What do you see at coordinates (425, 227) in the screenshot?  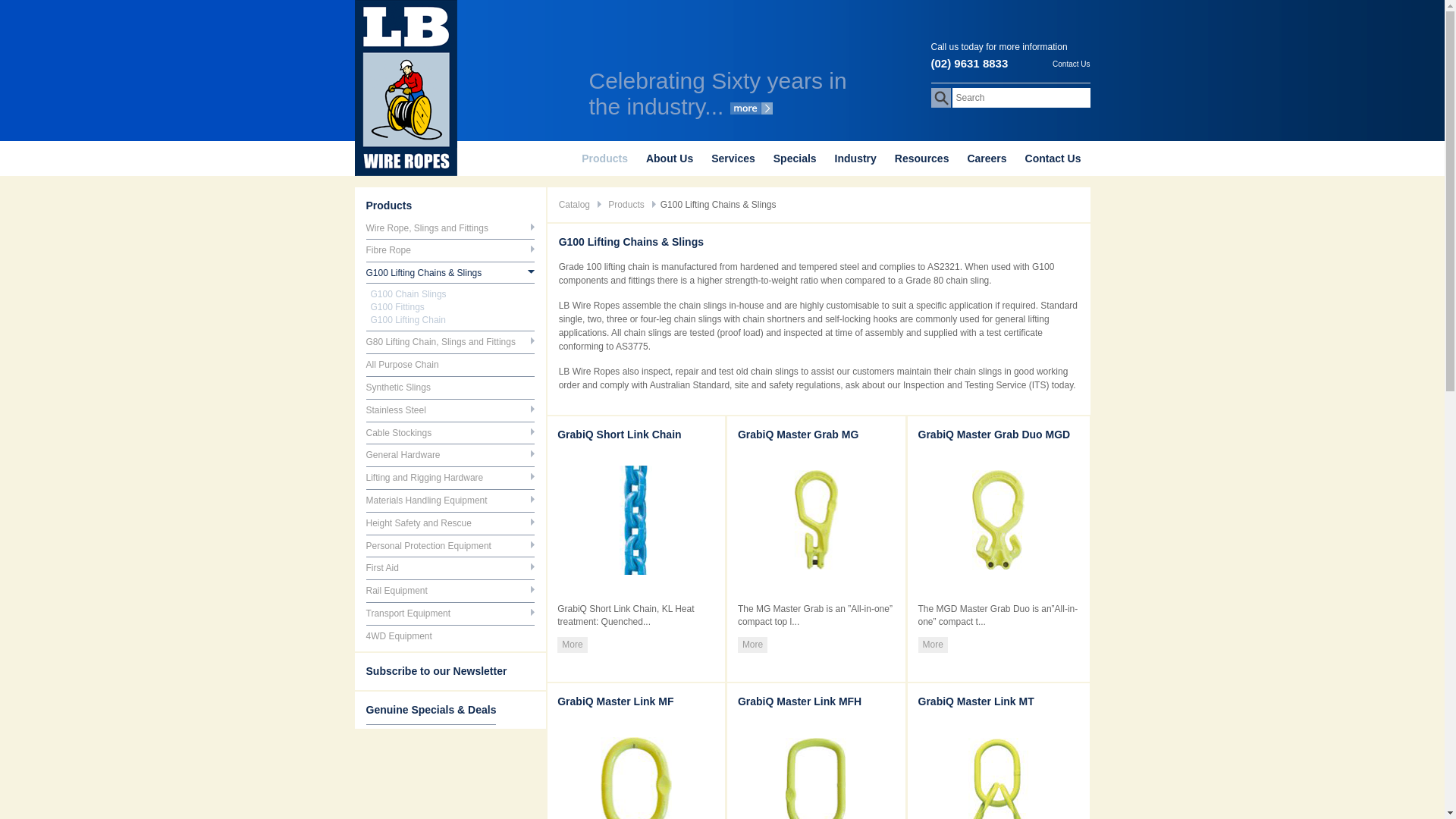 I see `'Wire Rope, Slings and Fittings'` at bounding box center [425, 227].